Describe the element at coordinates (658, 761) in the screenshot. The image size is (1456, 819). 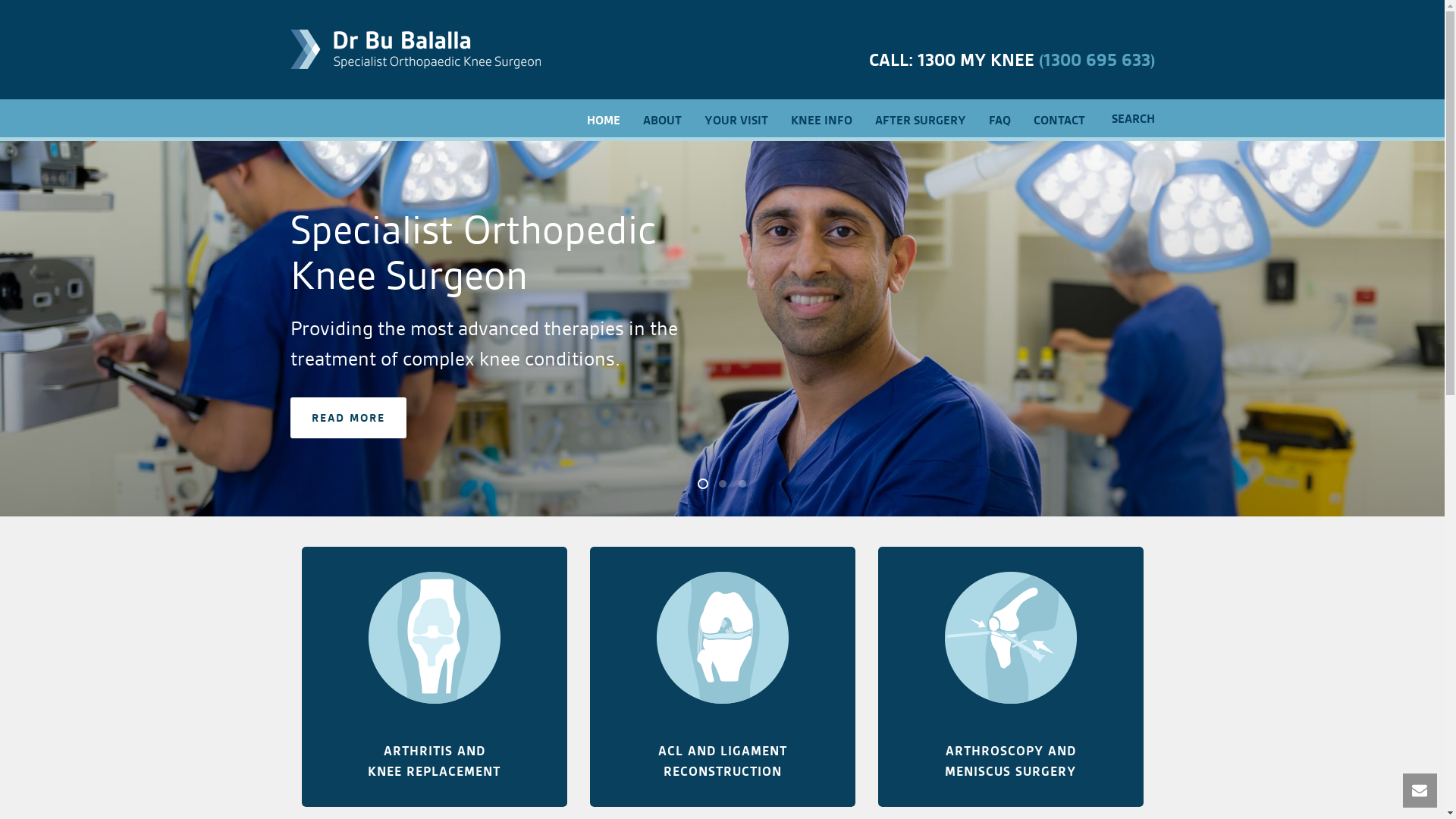
I see `'ACL AND LIGAMENT` at that location.